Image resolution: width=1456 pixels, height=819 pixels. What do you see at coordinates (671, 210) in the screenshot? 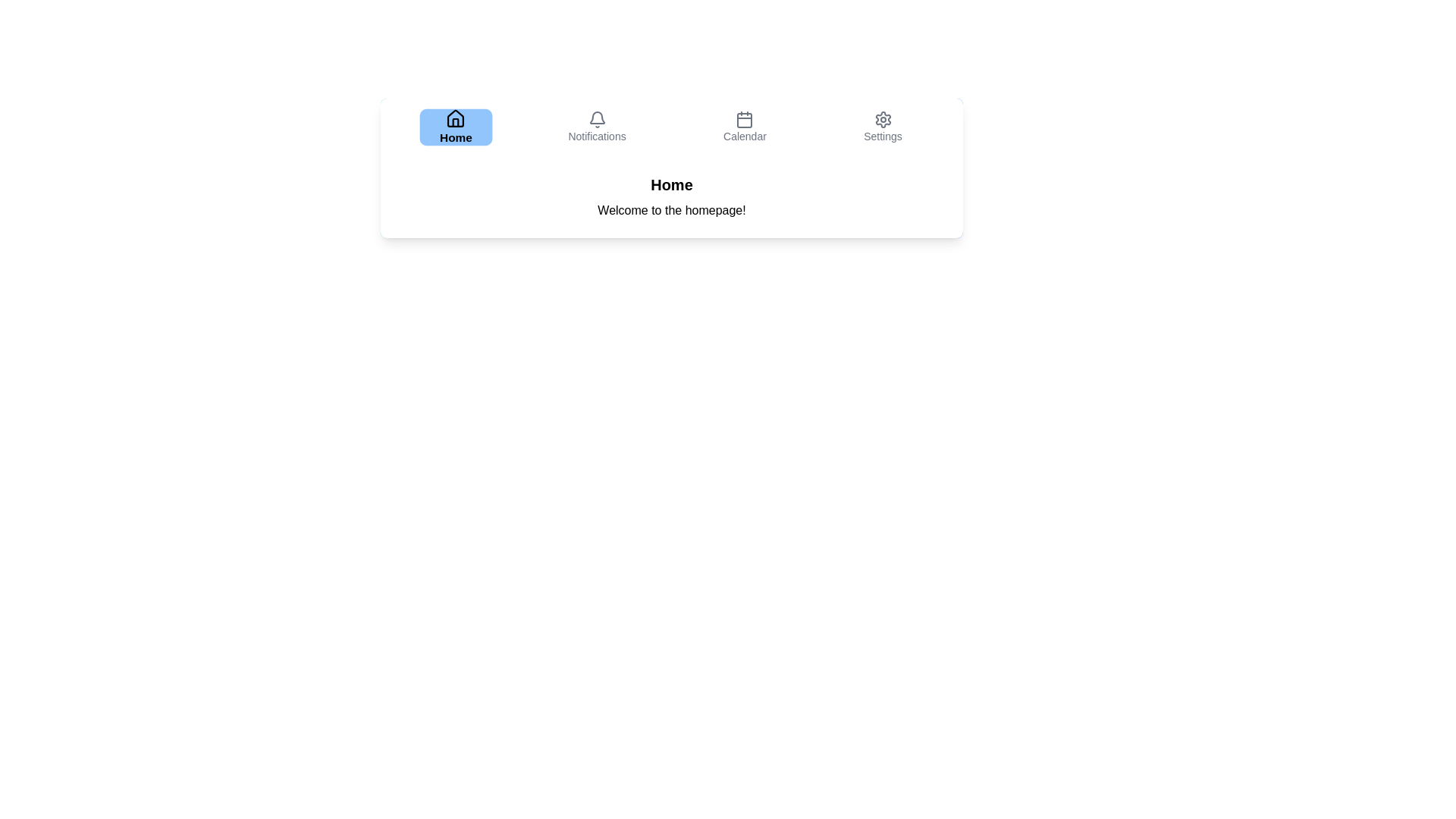
I see `the welcoming message Static Text Label located below the 'Home' text element` at bounding box center [671, 210].